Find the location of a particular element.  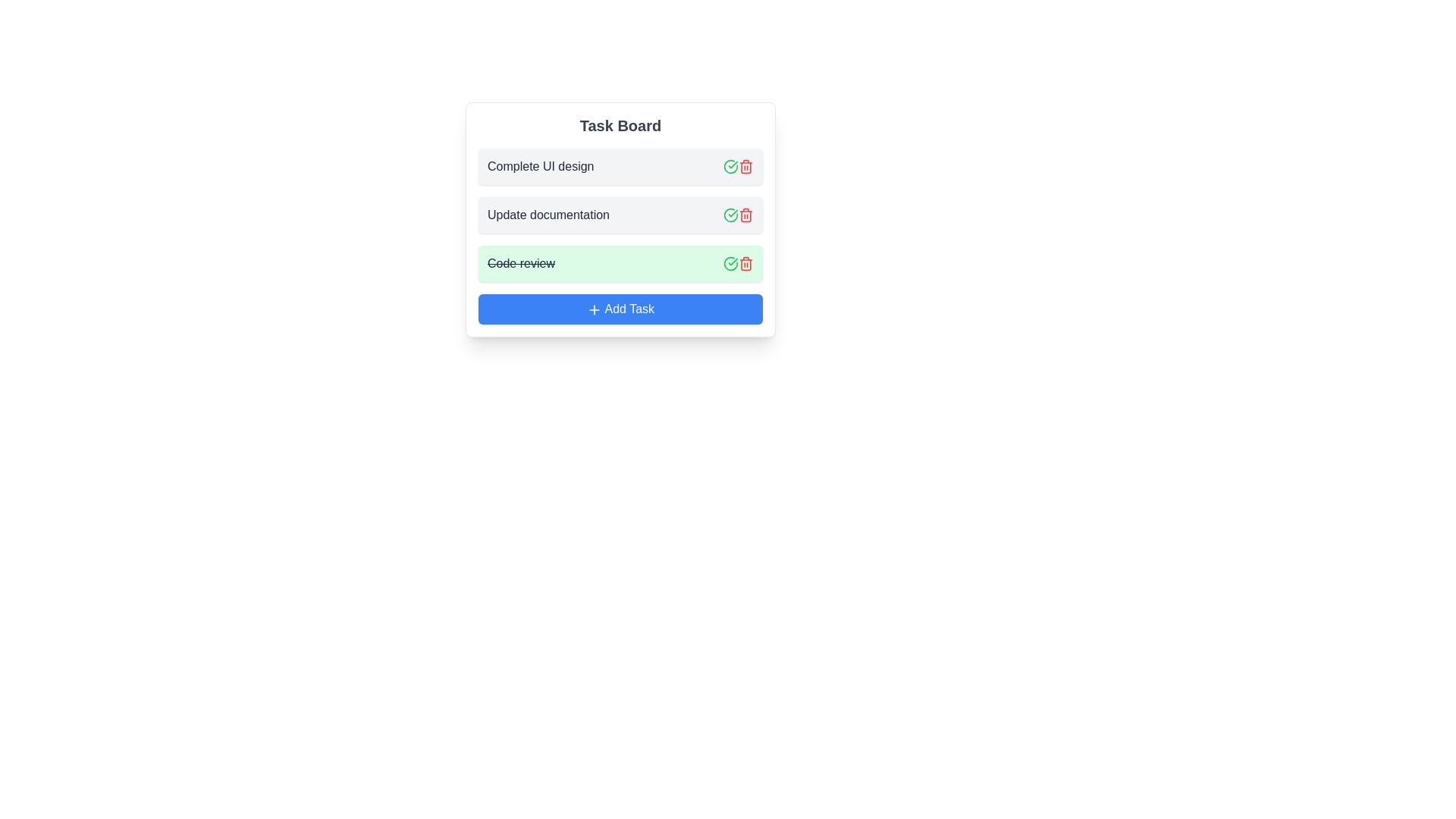

the delete button with a trash bin design located to the right of the 'Code review' task is located at coordinates (745, 262).